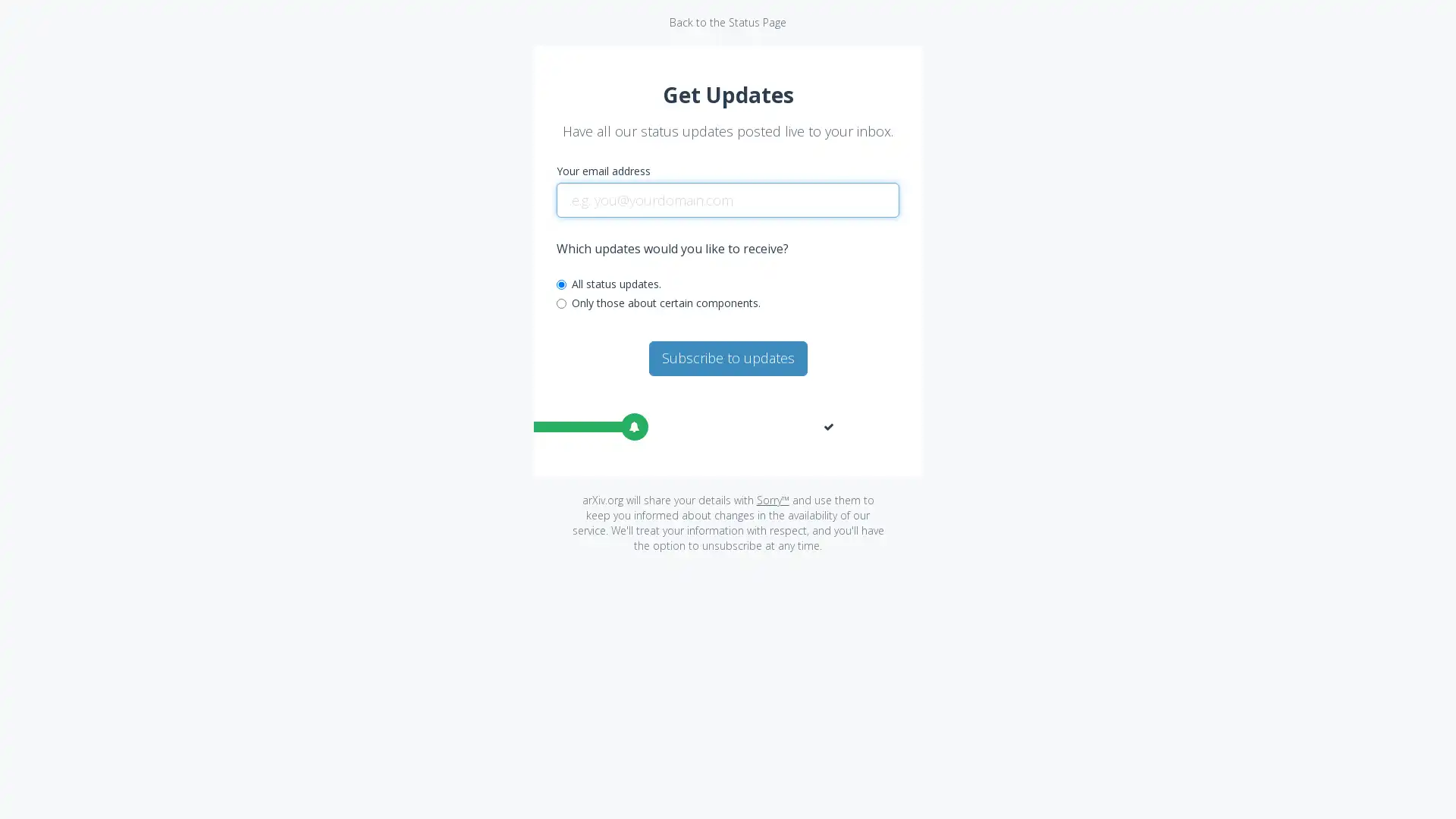 This screenshot has width=1456, height=819. What do you see at coordinates (726, 357) in the screenshot?
I see `Subscribe to updates` at bounding box center [726, 357].